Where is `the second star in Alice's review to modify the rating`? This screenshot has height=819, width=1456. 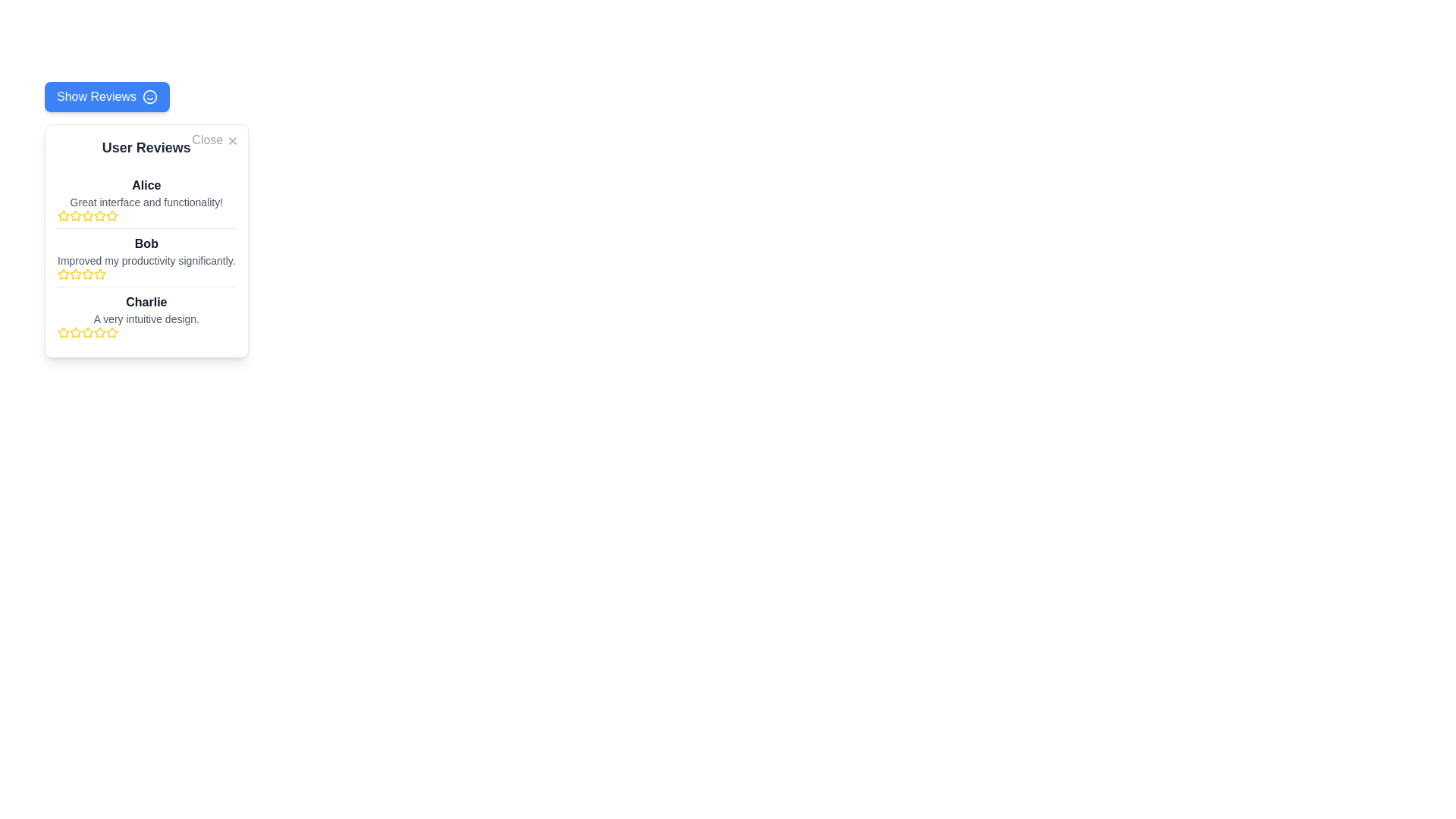 the second star in Alice's review to modify the rating is located at coordinates (111, 215).